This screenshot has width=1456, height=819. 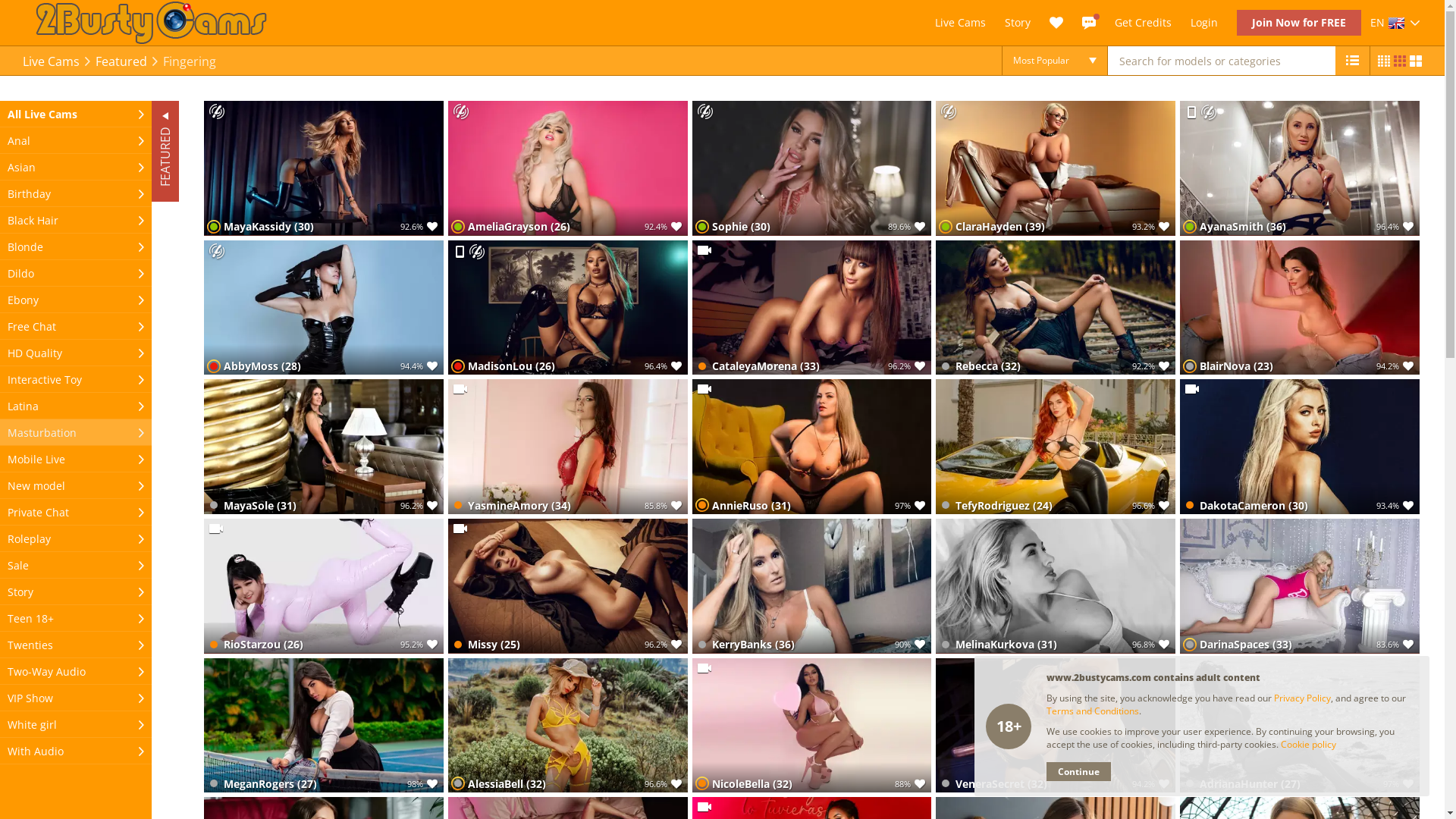 I want to click on 'VIP Show', so click(x=75, y=698).